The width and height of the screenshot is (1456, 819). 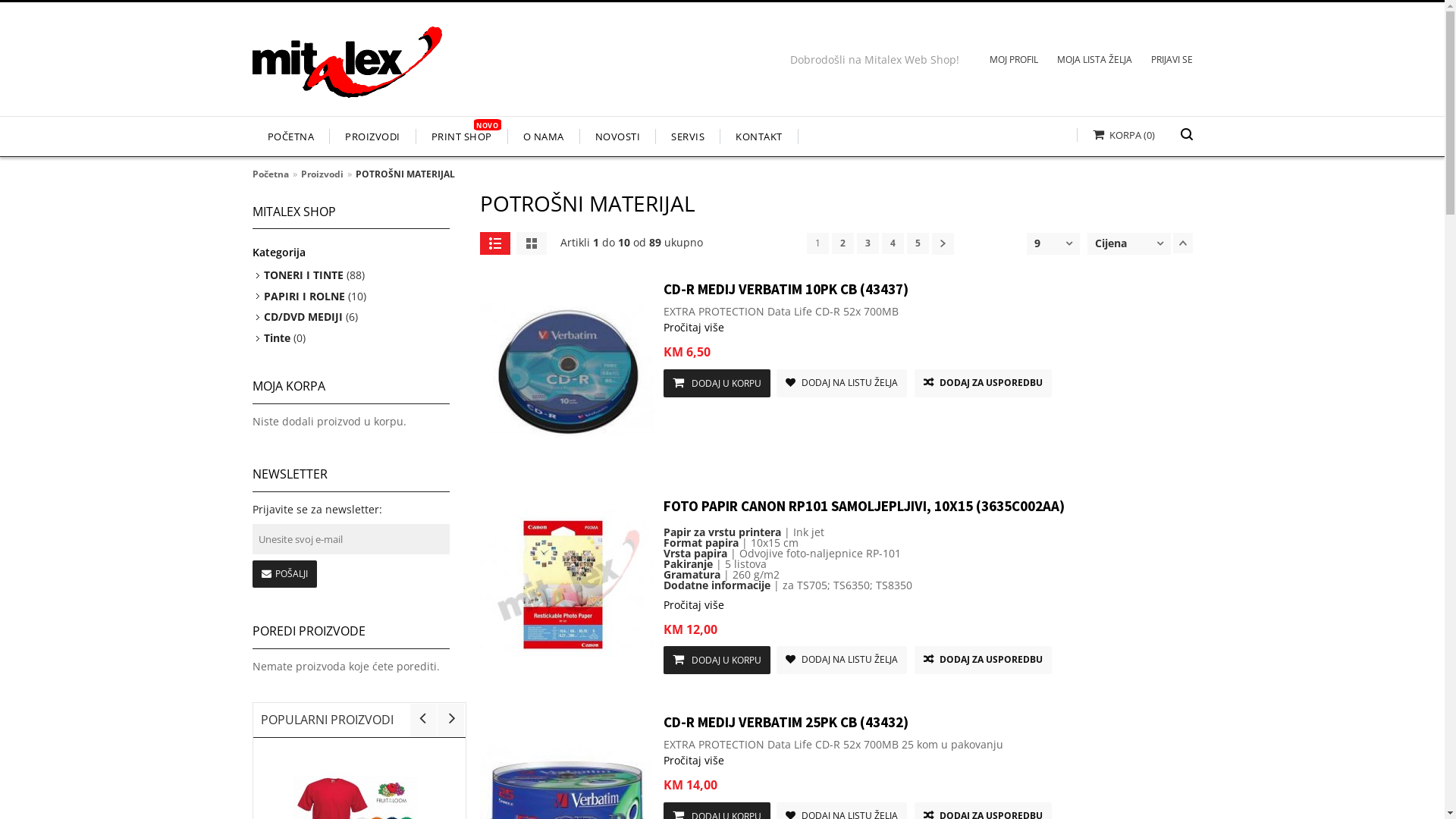 What do you see at coordinates (1181, 242) in the screenshot?
I see `'Set Descending Direction'` at bounding box center [1181, 242].